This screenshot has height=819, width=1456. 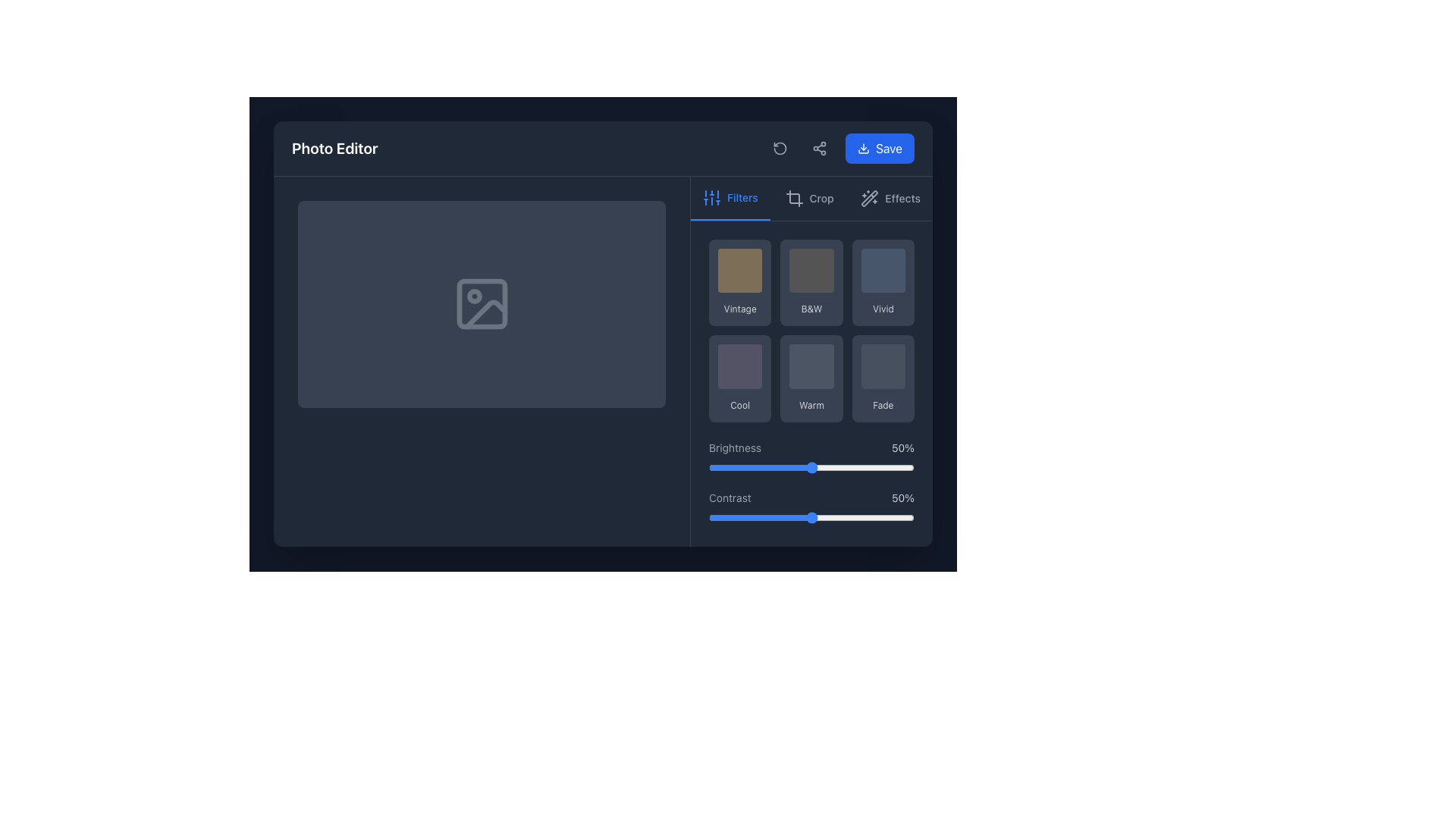 I want to click on the share icon button, which is a small dark gray icon resembling a share symbol located on the right side of the toolbar, next to the 'Save' button, so click(x=818, y=149).